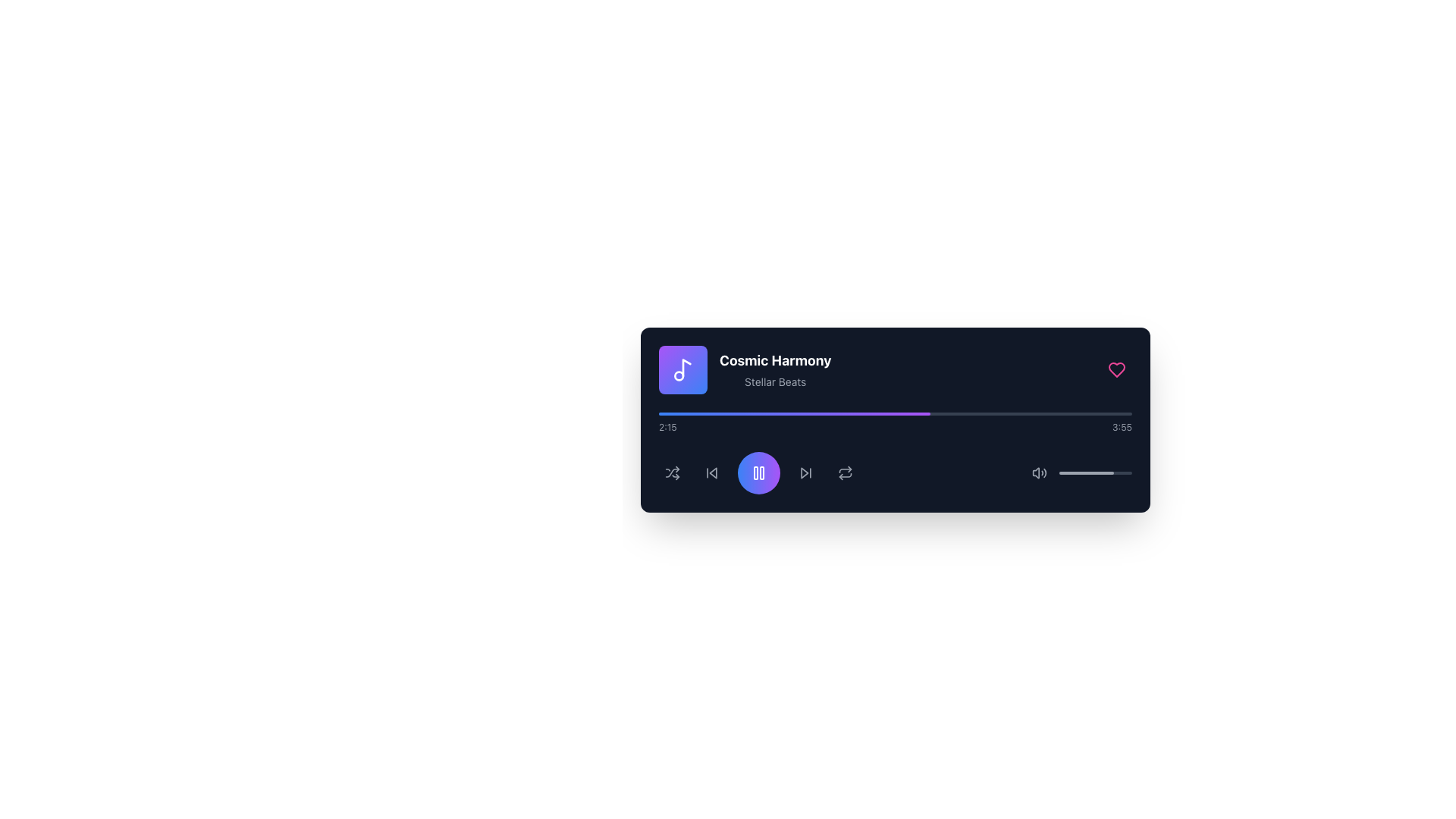 This screenshot has width=1456, height=819. What do you see at coordinates (759, 472) in the screenshot?
I see `the circular pause button located in the control bar of the audio player` at bounding box center [759, 472].